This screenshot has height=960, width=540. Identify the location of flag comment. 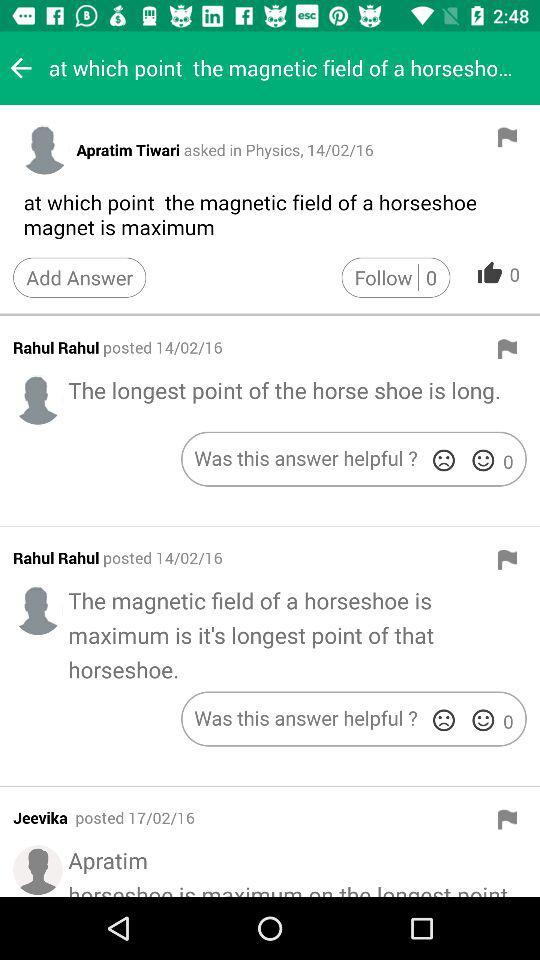
(507, 349).